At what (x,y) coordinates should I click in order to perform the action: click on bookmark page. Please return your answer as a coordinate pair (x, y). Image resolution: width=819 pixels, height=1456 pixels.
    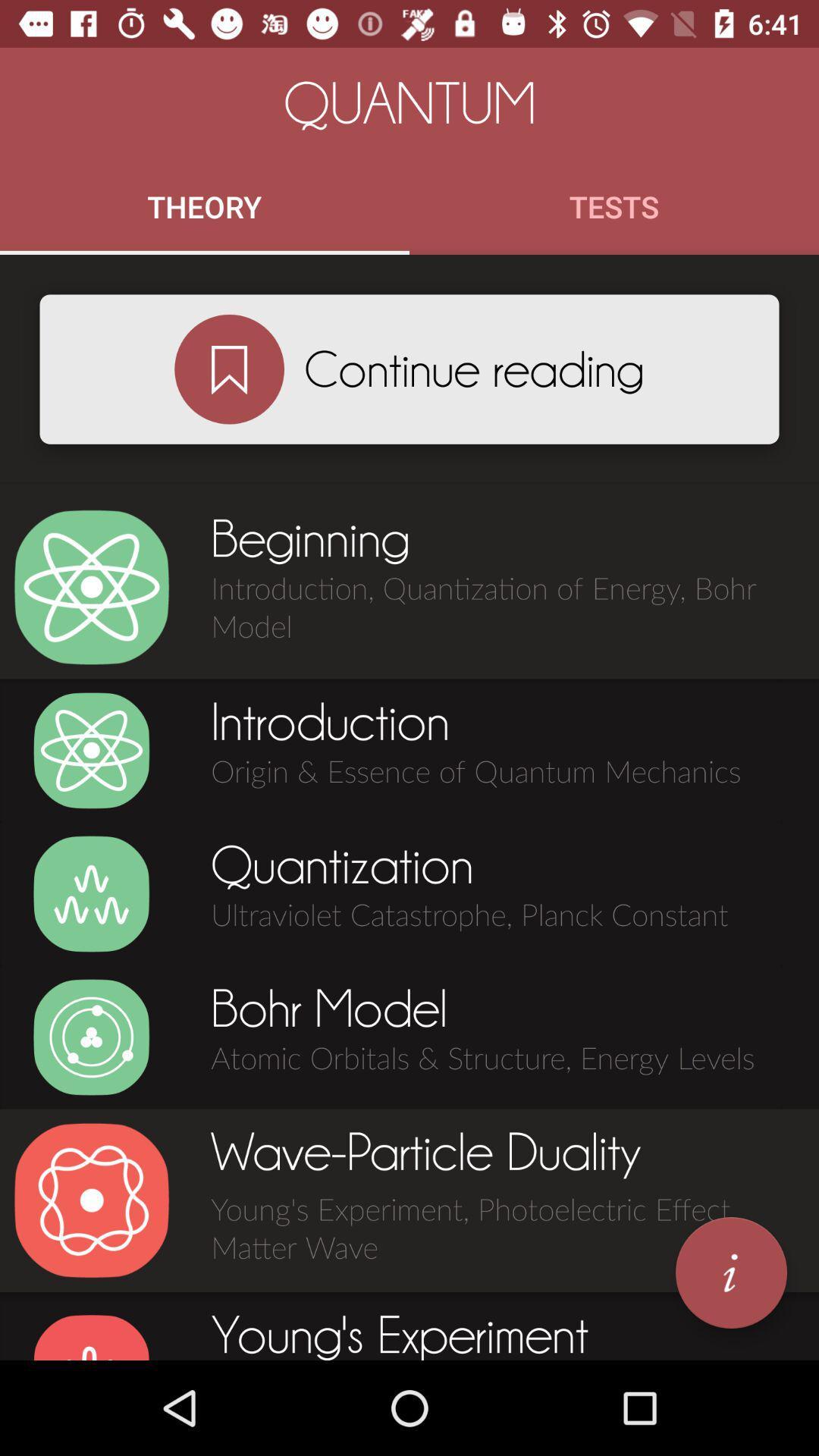
    Looking at the image, I should click on (229, 369).